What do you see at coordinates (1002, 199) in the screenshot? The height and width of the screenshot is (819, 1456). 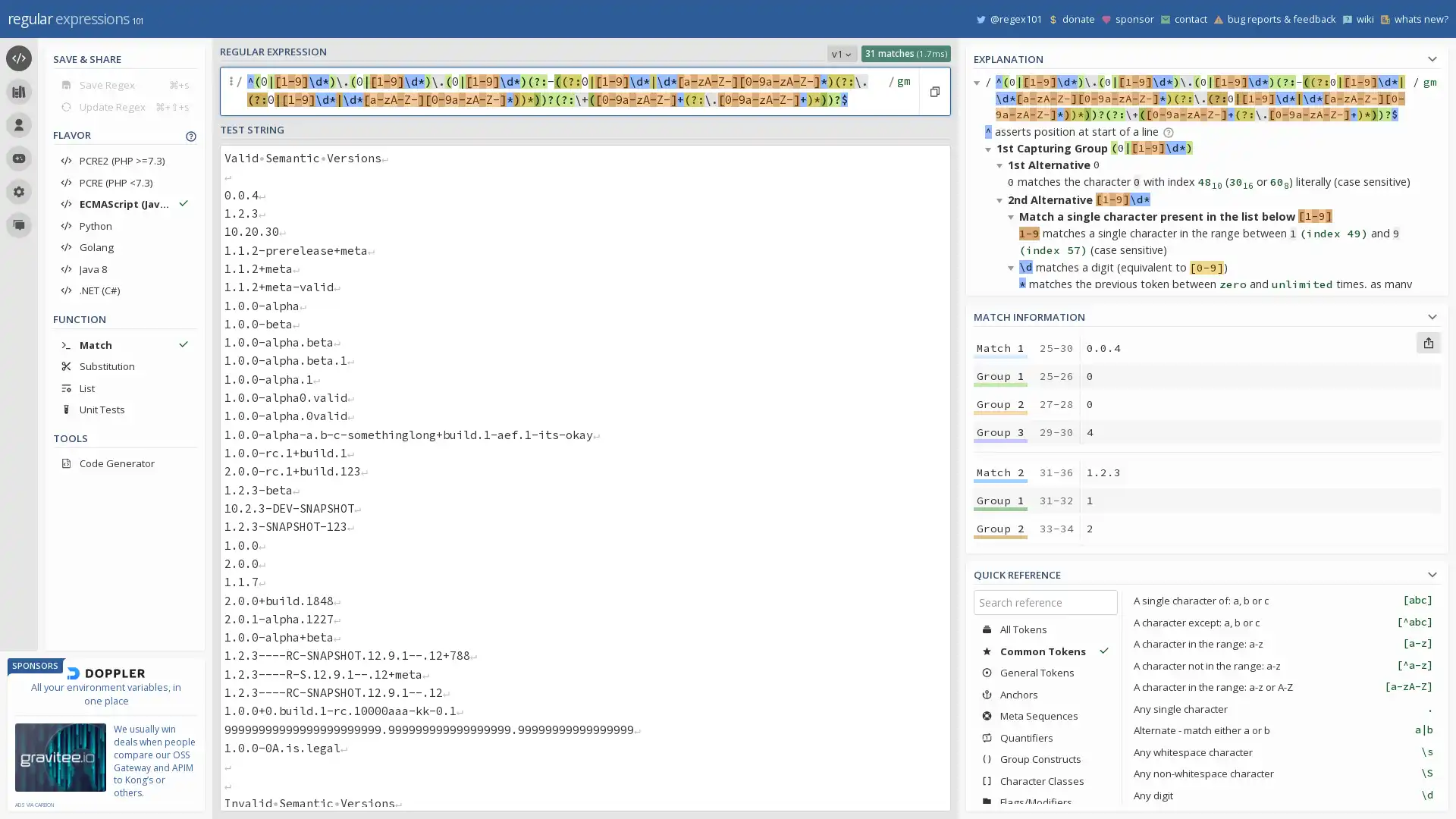 I see `Collapse Subtree` at bounding box center [1002, 199].